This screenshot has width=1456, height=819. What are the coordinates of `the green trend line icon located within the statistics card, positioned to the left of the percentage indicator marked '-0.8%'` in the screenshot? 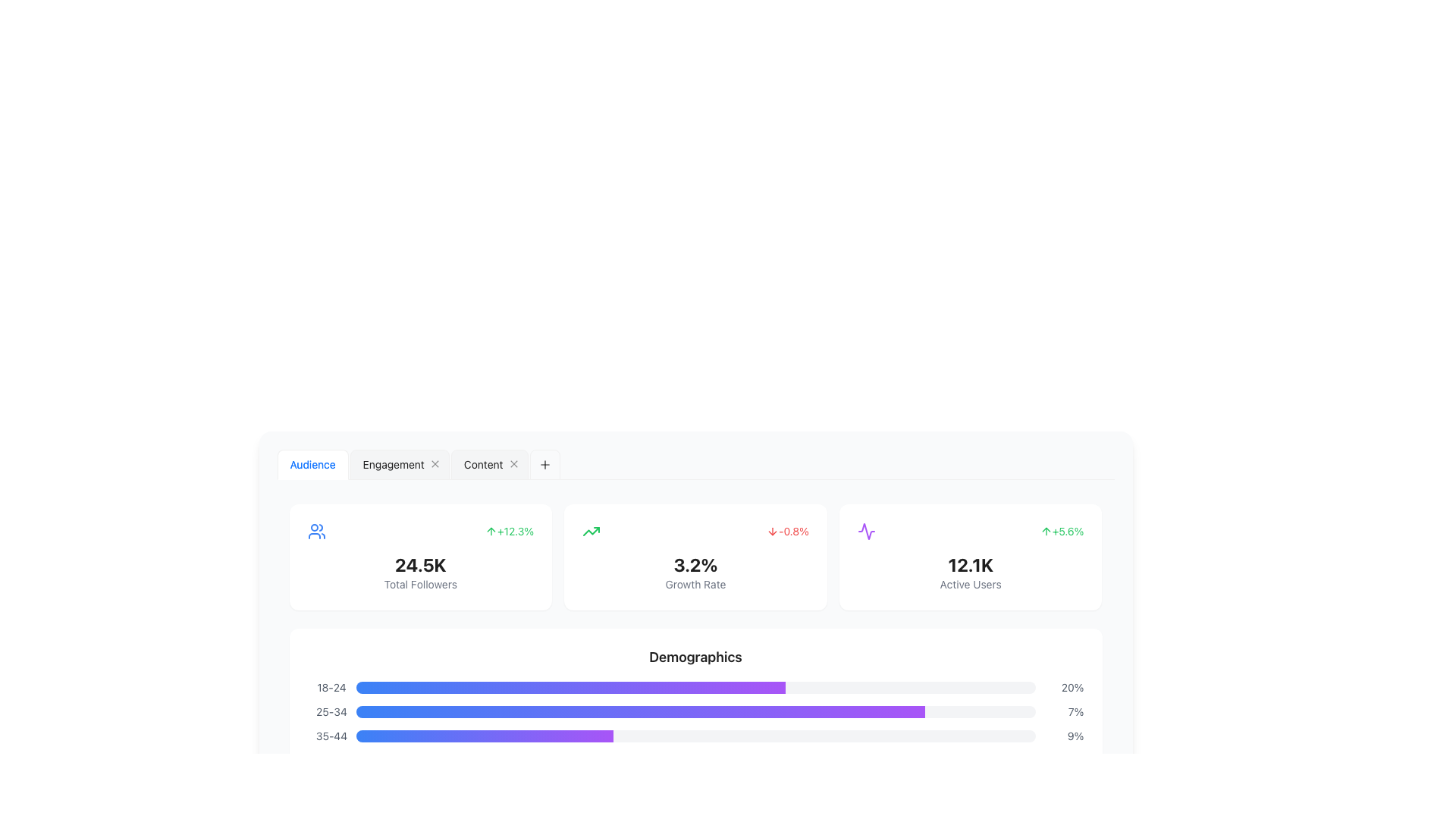 It's located at (591, 531).